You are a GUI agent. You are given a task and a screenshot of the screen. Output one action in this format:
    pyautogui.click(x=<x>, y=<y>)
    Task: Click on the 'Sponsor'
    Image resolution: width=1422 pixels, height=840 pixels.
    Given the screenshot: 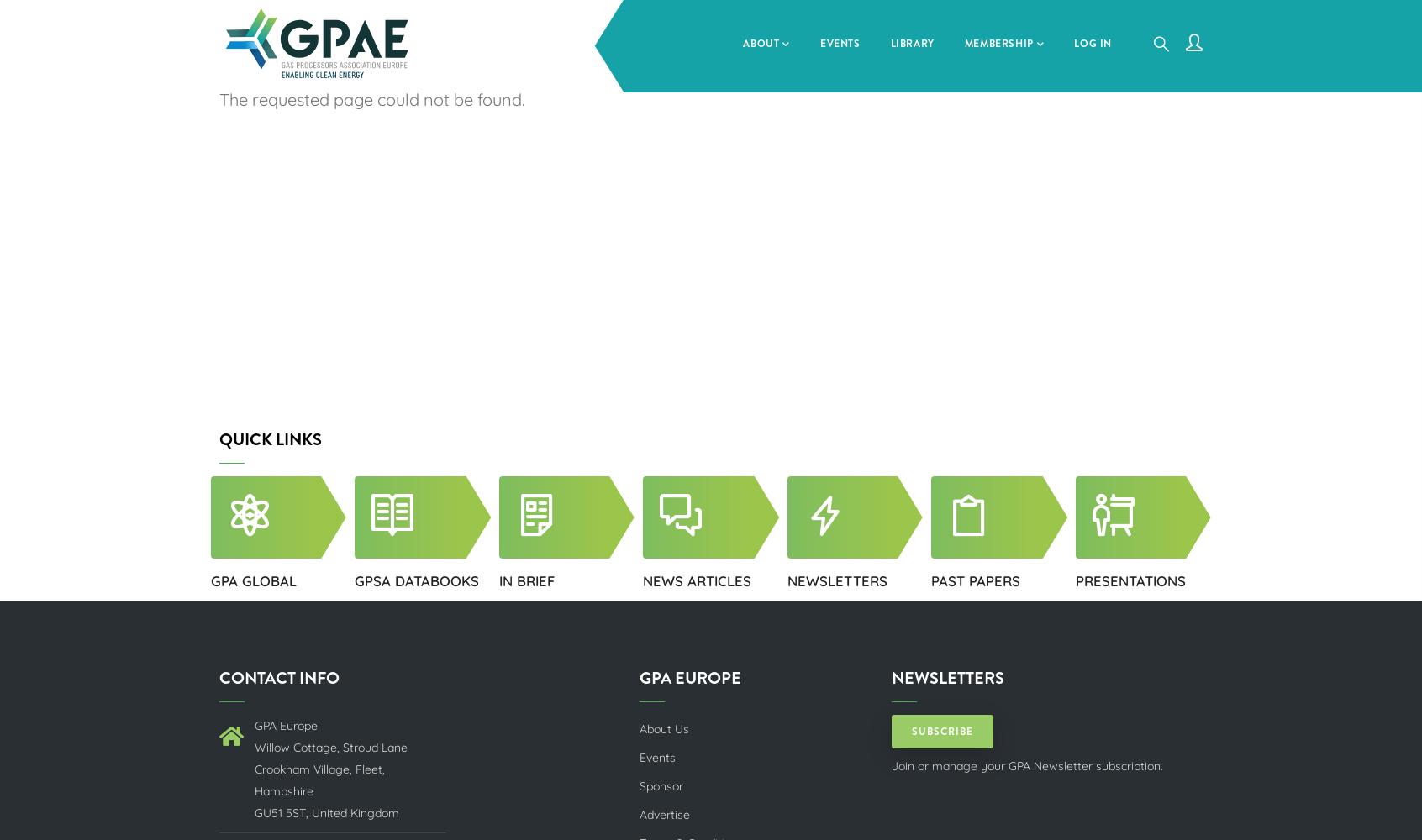 What is the action you would take?
    pyautogui.click(x=661, y=785)
    